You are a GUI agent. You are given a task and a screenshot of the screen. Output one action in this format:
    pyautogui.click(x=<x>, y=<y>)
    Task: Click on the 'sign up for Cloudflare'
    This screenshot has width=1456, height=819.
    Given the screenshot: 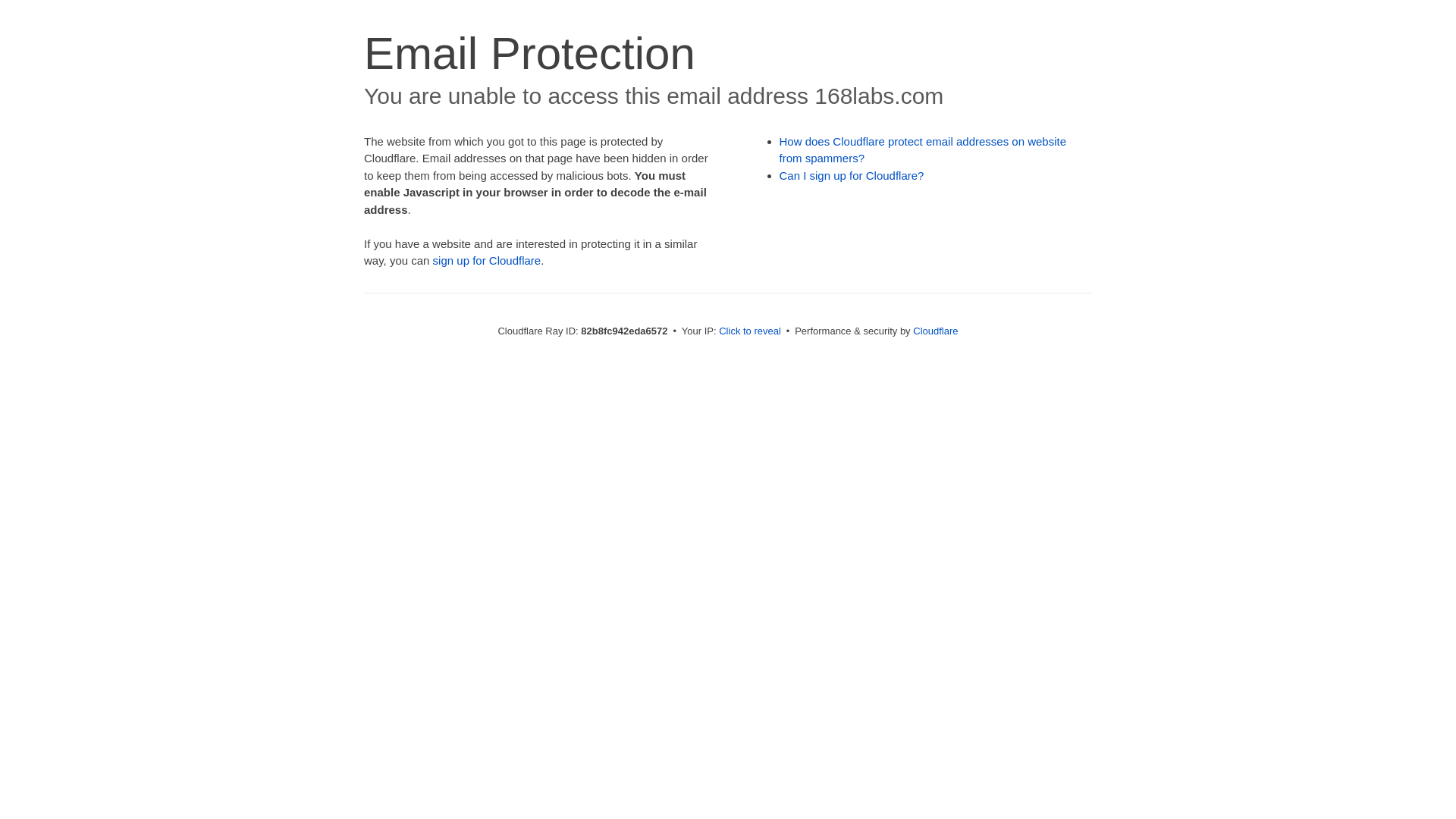 What is the action you would take?
    pyautogui.click(x=487, y=259)
    